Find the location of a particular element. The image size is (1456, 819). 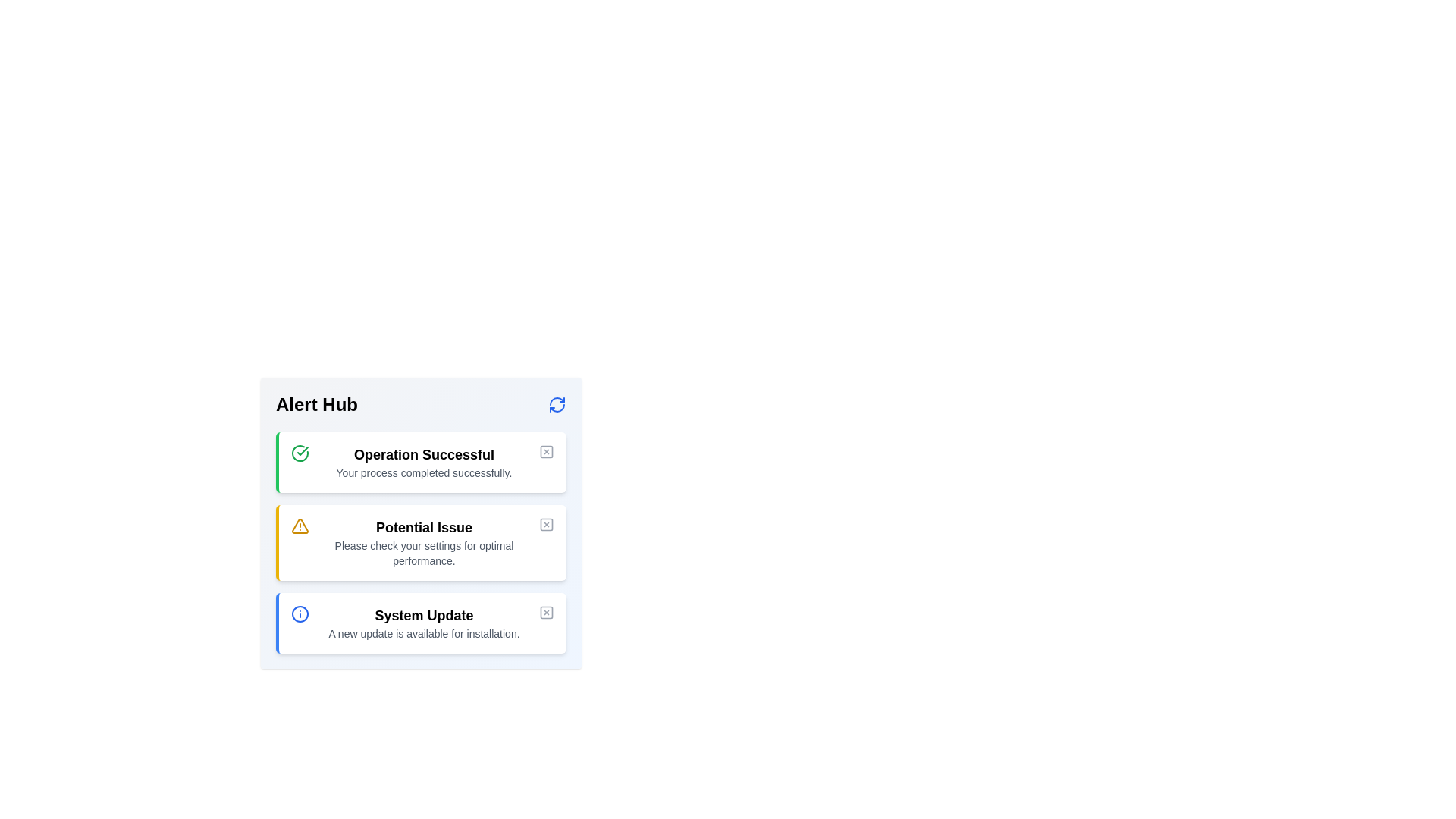

the yellow triangle-shaped warning icon with an exclamation mark located to the left of the text 'Potential Issue' in the second alert box of the Alert Hub section is located at coordinates (300, 526).